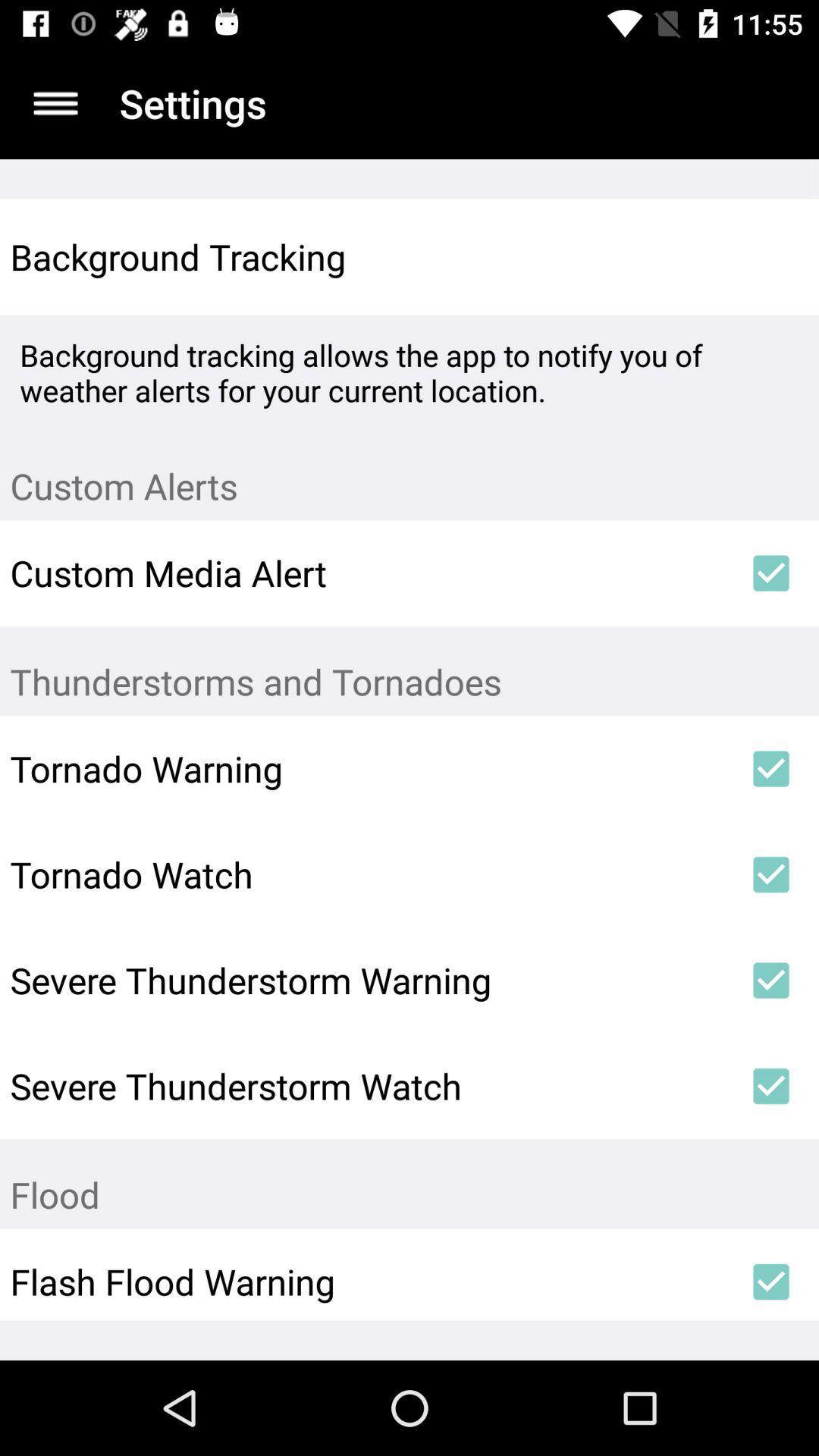 The image size is (819, 1456). I want to click on icon above background tracking allows item, so click(771, 257).